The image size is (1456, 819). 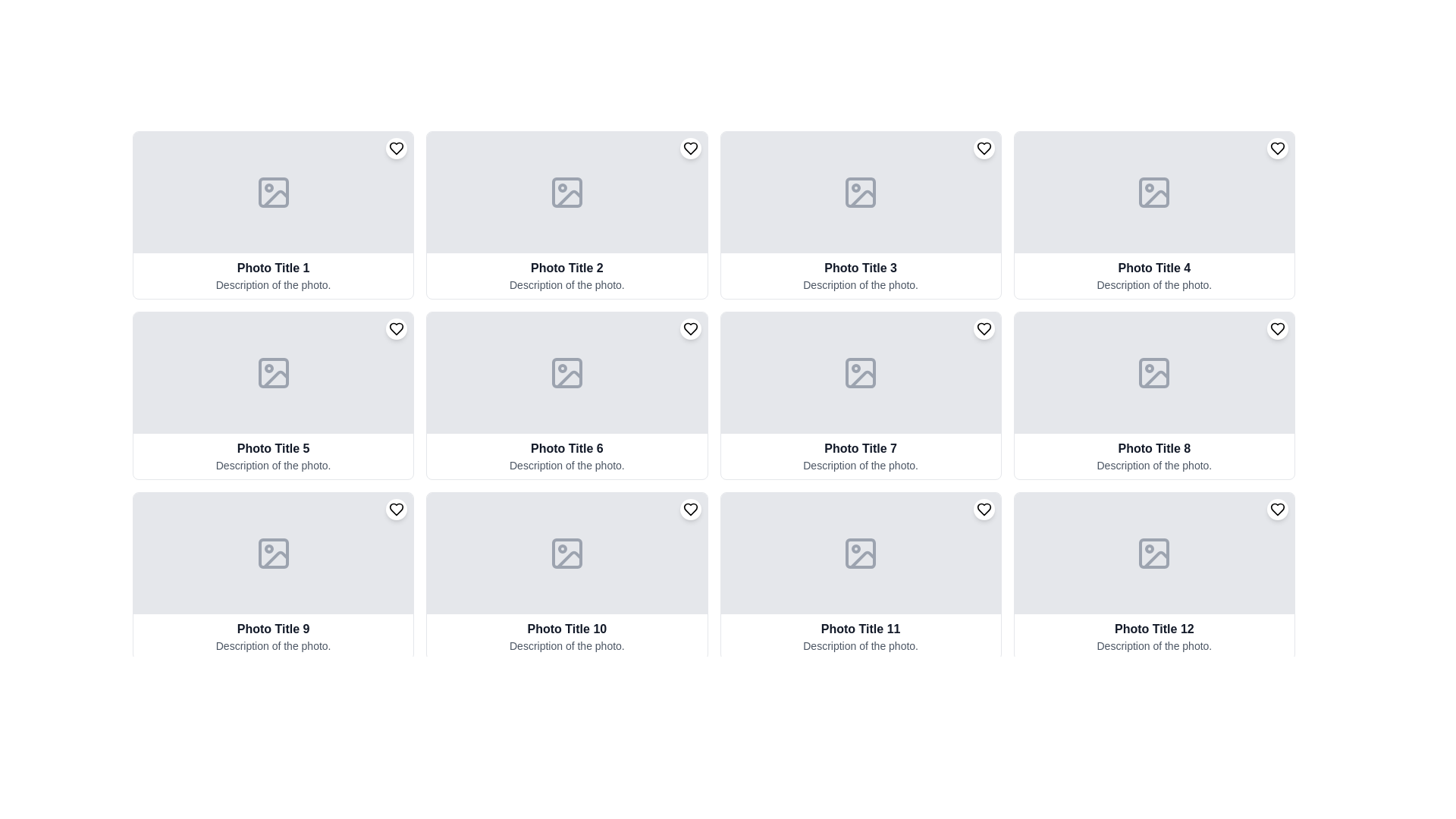 I want to click on the favorite or like button located at the top-right corner of the card labeled 'Photo Title 3' to like the item, so click(x=984, y=149).